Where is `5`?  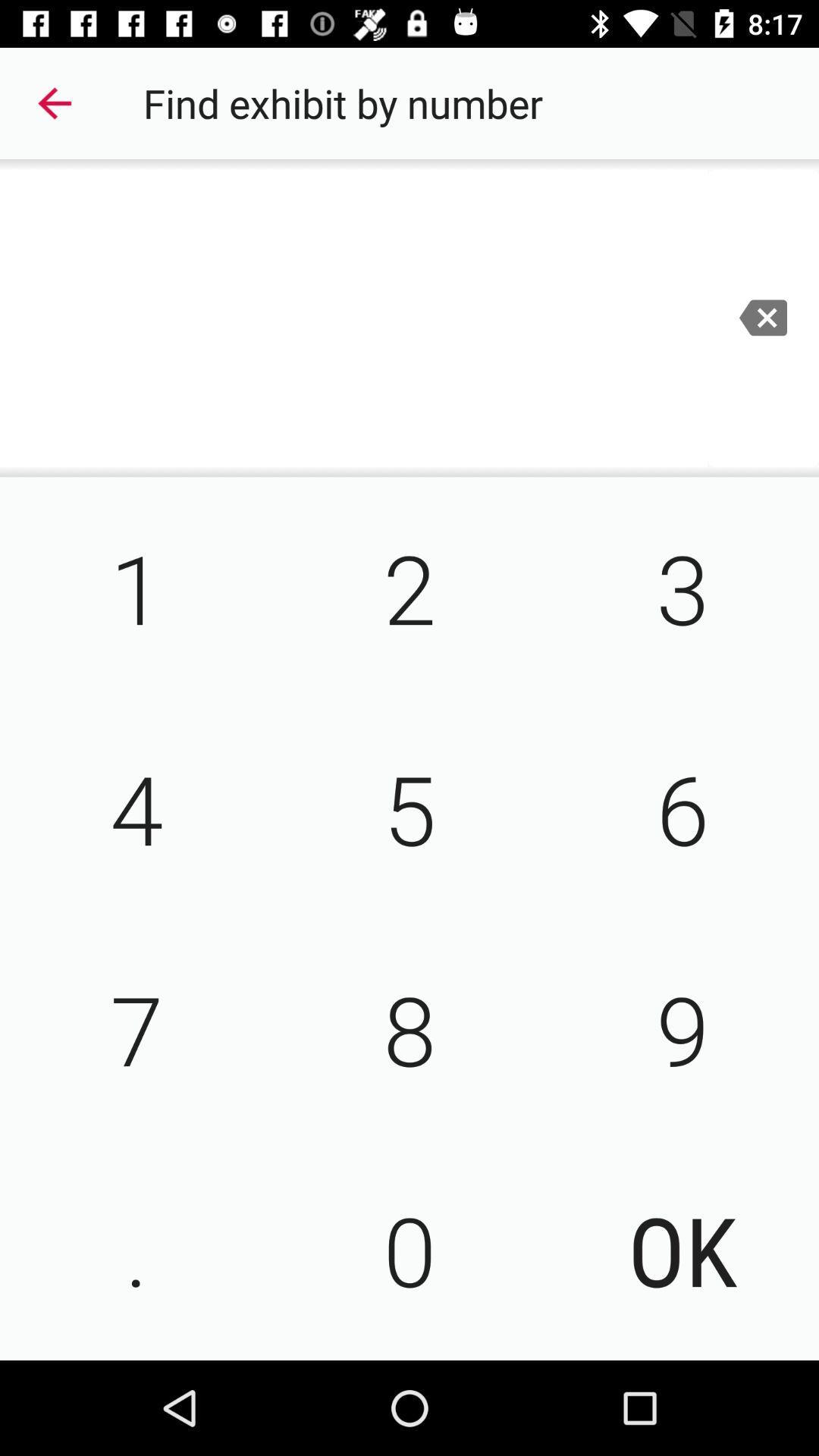 5 is located at coordinates (409, 807).